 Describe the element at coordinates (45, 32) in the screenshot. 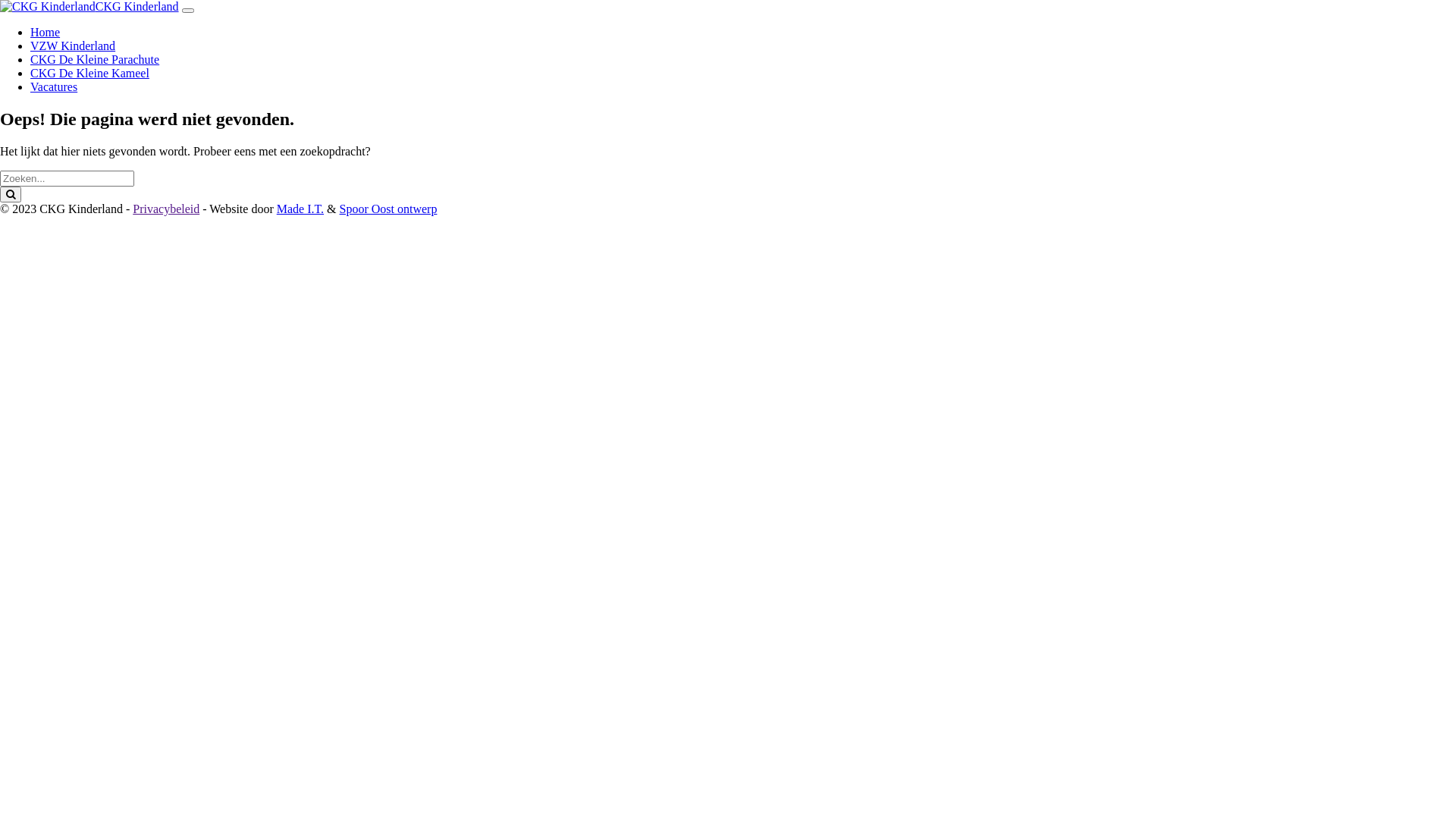

I see `'Home'` at that location.